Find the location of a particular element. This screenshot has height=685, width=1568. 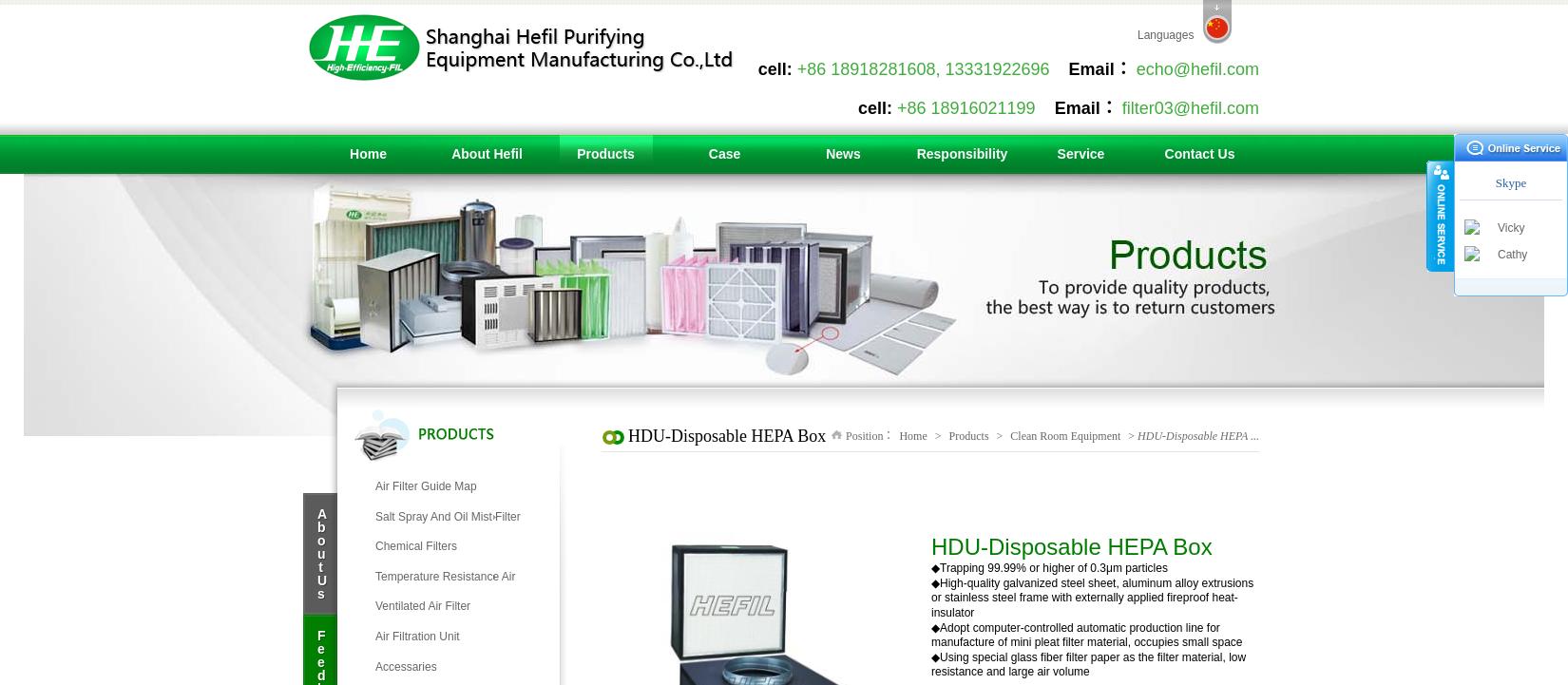

'Contact Us' is located at coordinates (1197, 153).